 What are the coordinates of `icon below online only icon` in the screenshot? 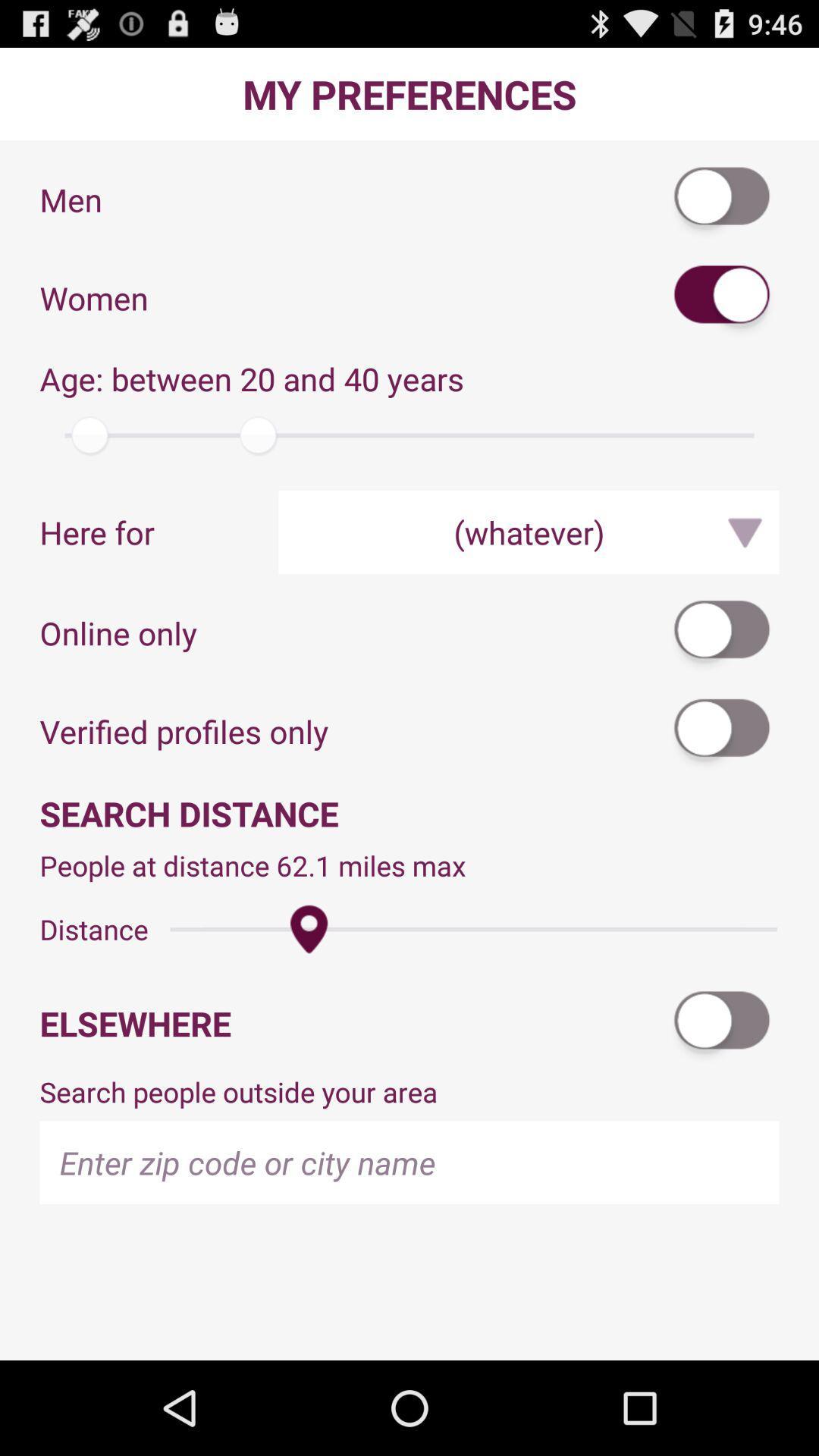 It's located at (722, 731).